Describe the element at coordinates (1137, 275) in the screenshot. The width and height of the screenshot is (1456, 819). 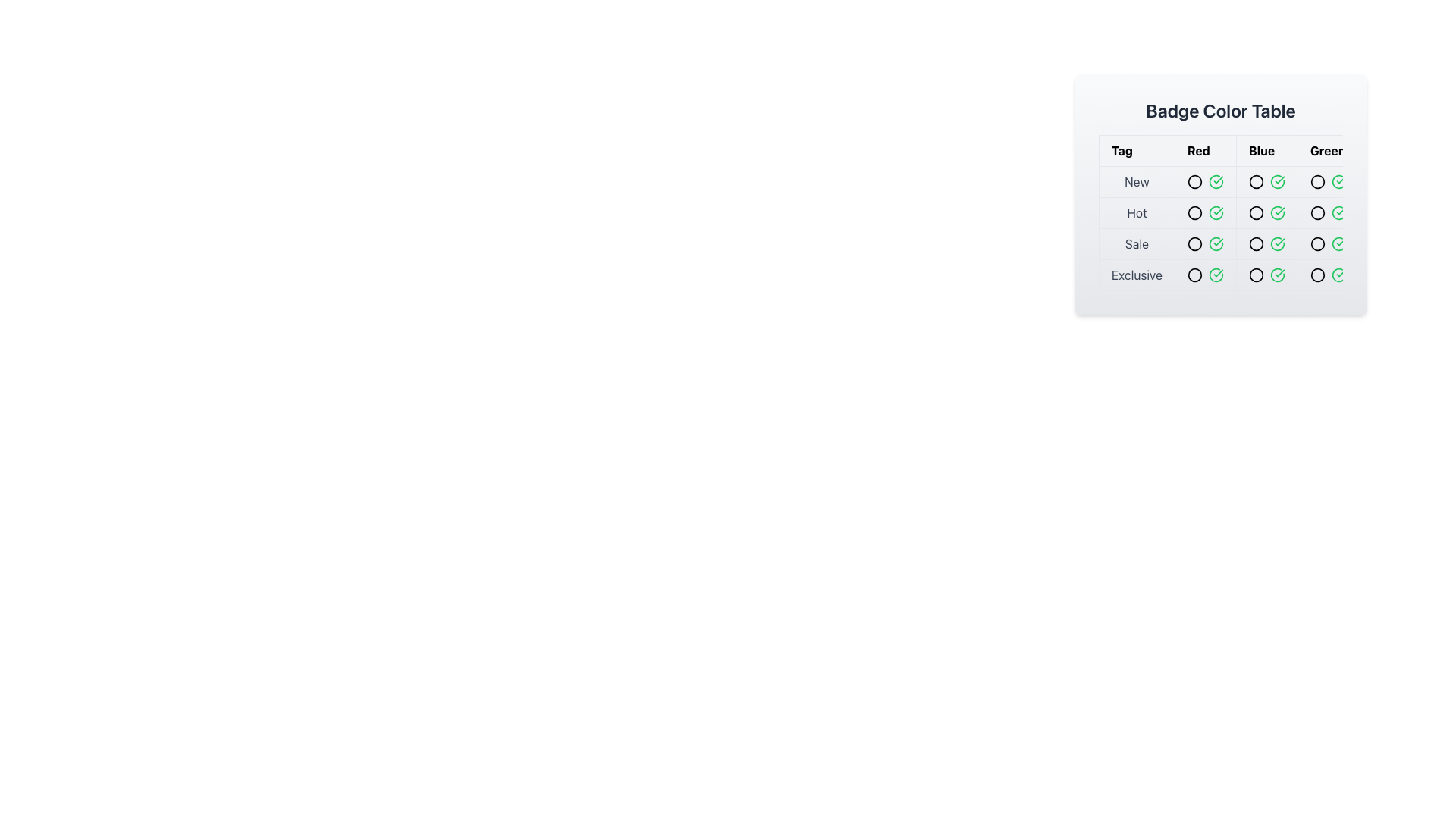
I see `the Text Label in the fourth row under the 'Tag' column, which indicates a category or tag for associated data in the table, positioned below 'Sale'` at that location.